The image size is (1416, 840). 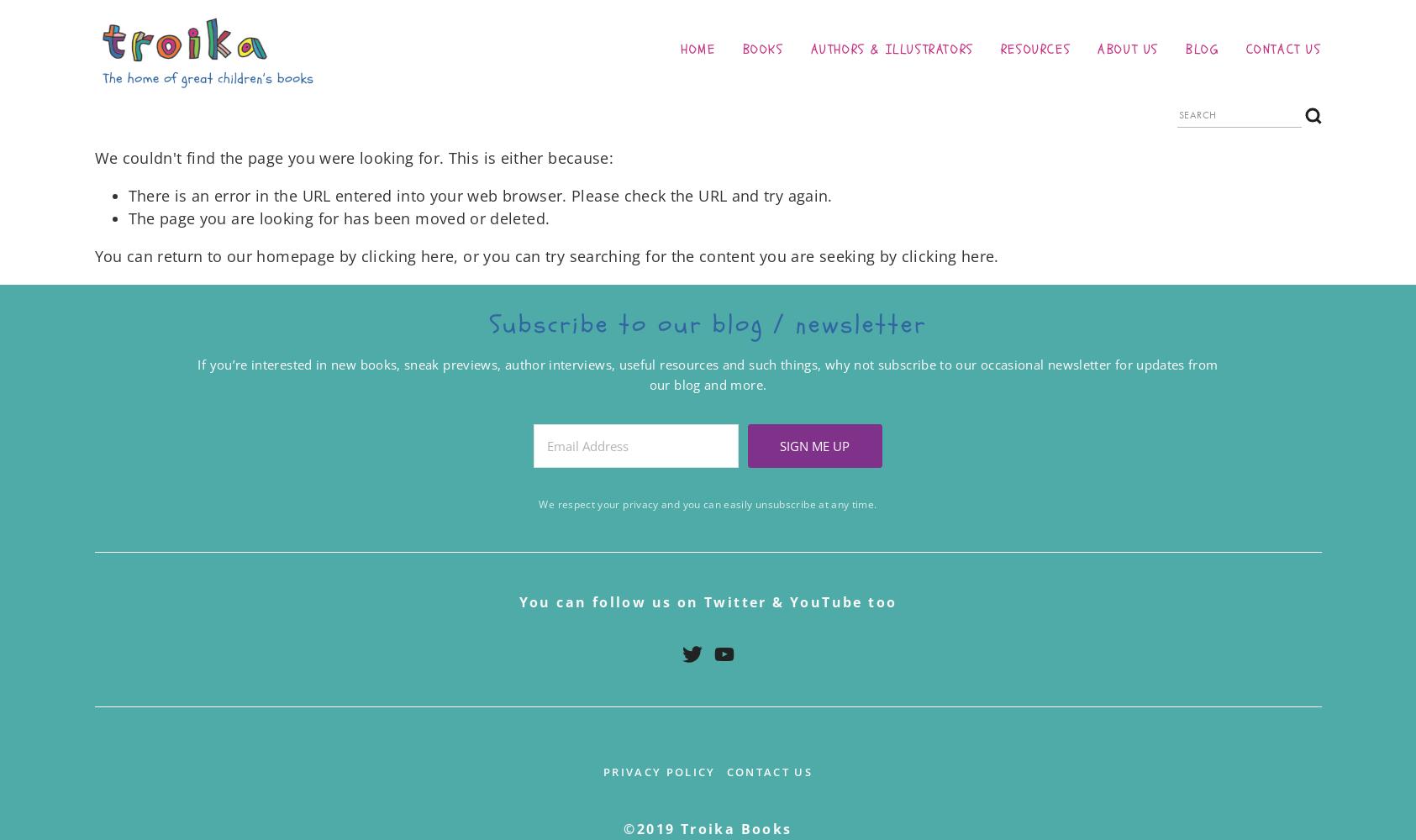 I want to click on 'Books', so click(x=762, y=49).